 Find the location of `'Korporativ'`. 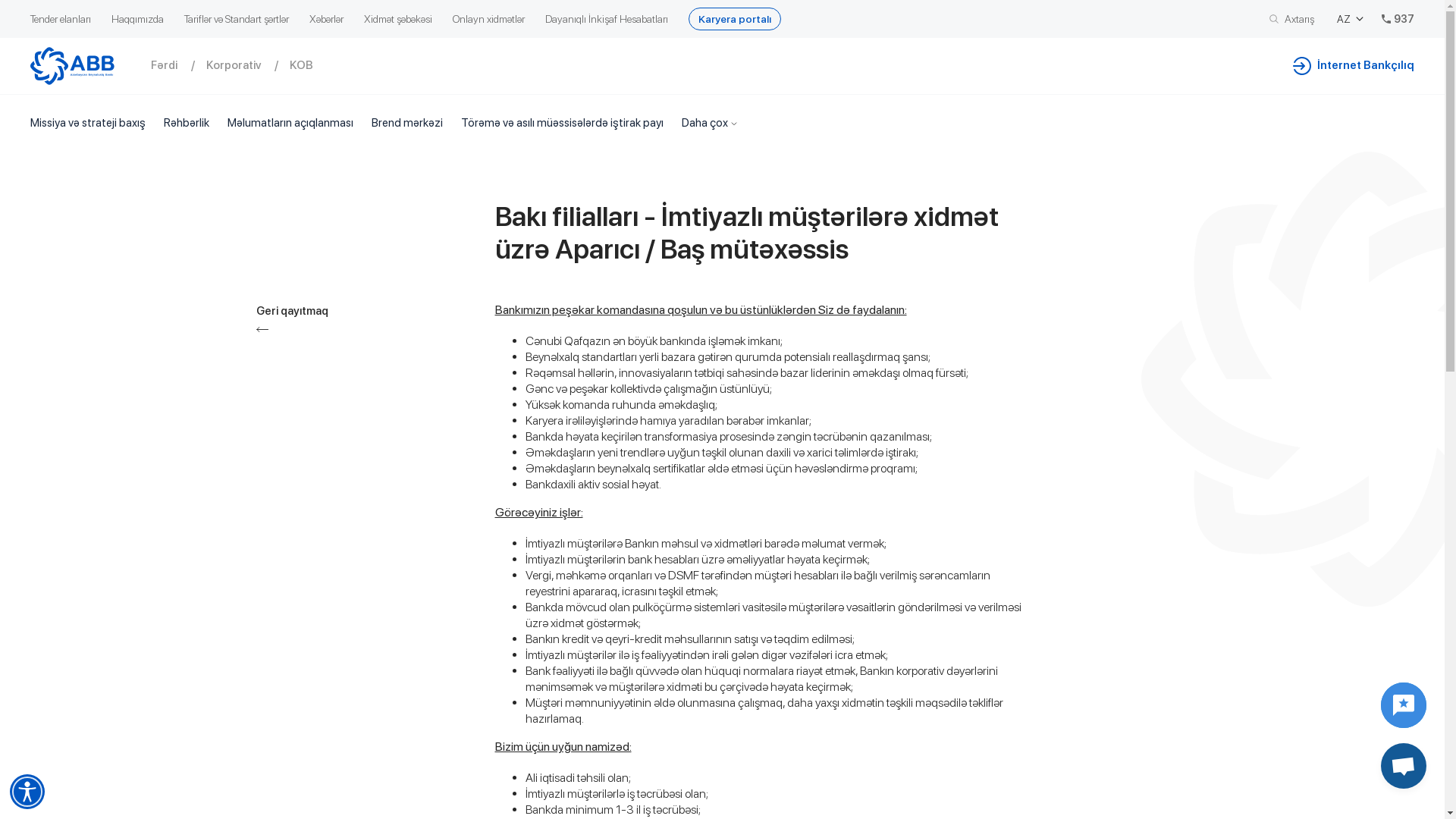

'Korporativ' is located at coordinates (247, 64).